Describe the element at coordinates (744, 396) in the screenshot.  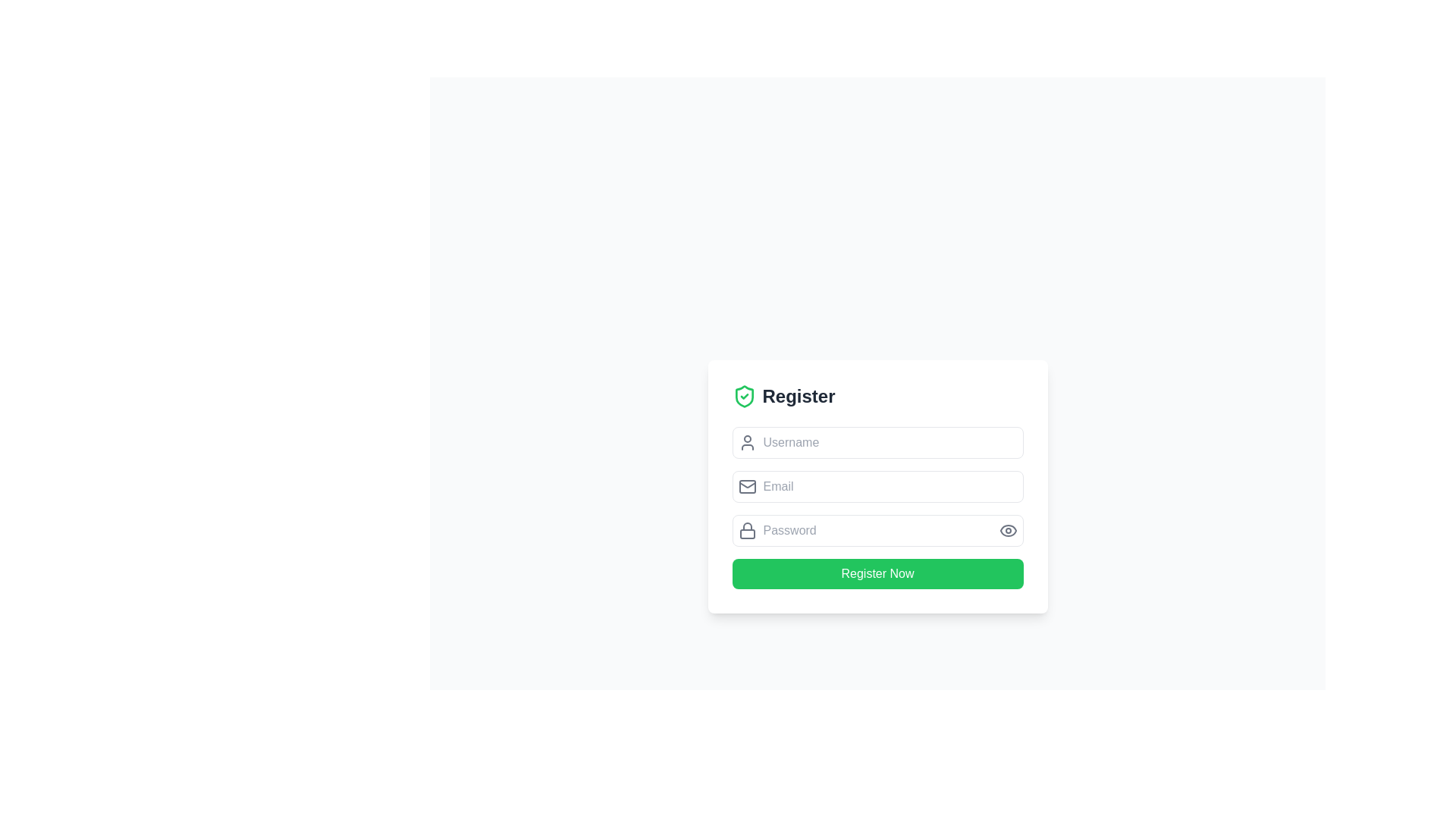
I see `the shield-shaped security icon at the top-left corner of the registration form, which features a green outline and a checkmark indicating verification` at that location.